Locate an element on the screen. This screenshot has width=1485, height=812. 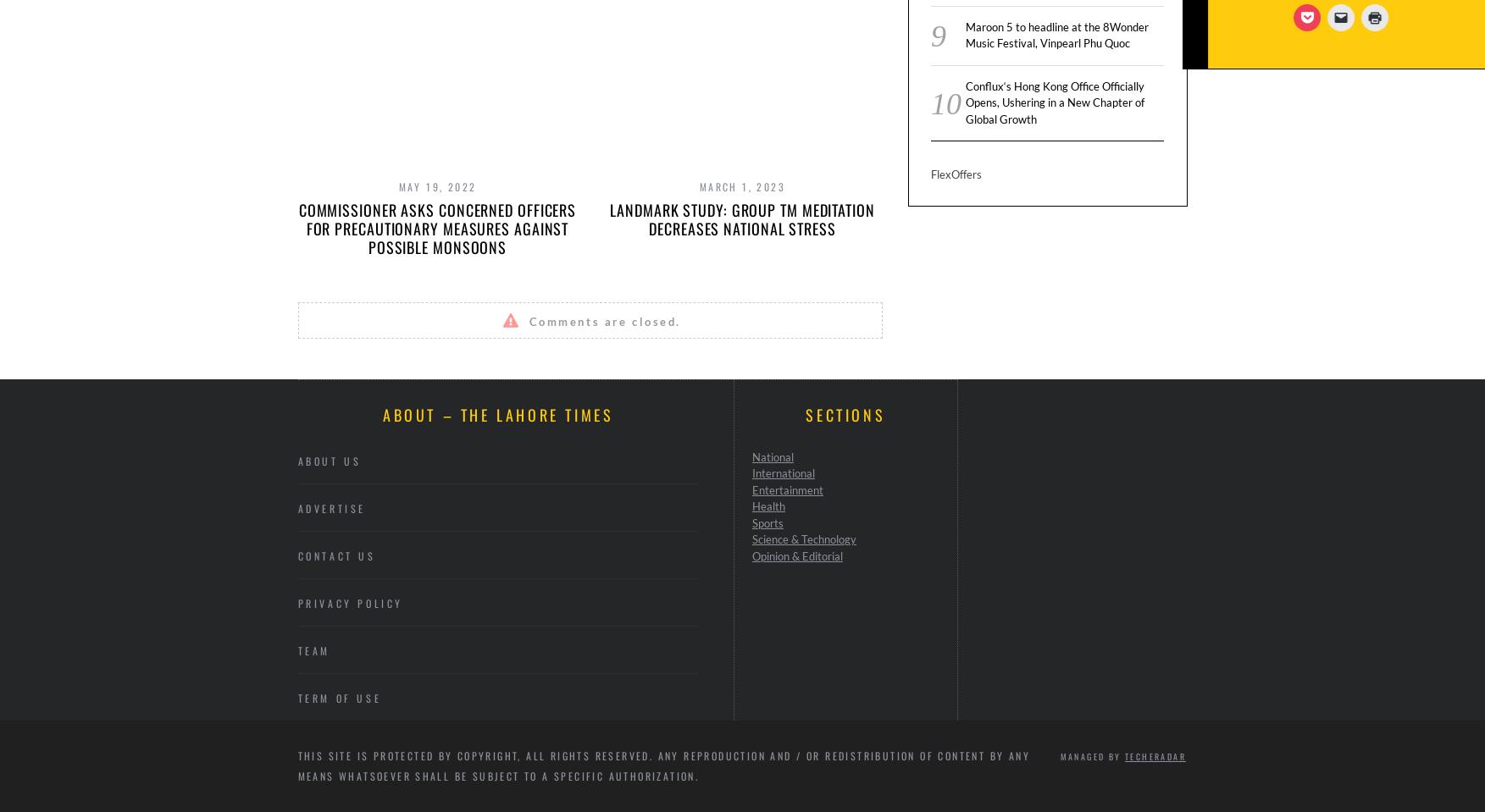
'About Us' is located at coordinates (329, 460).